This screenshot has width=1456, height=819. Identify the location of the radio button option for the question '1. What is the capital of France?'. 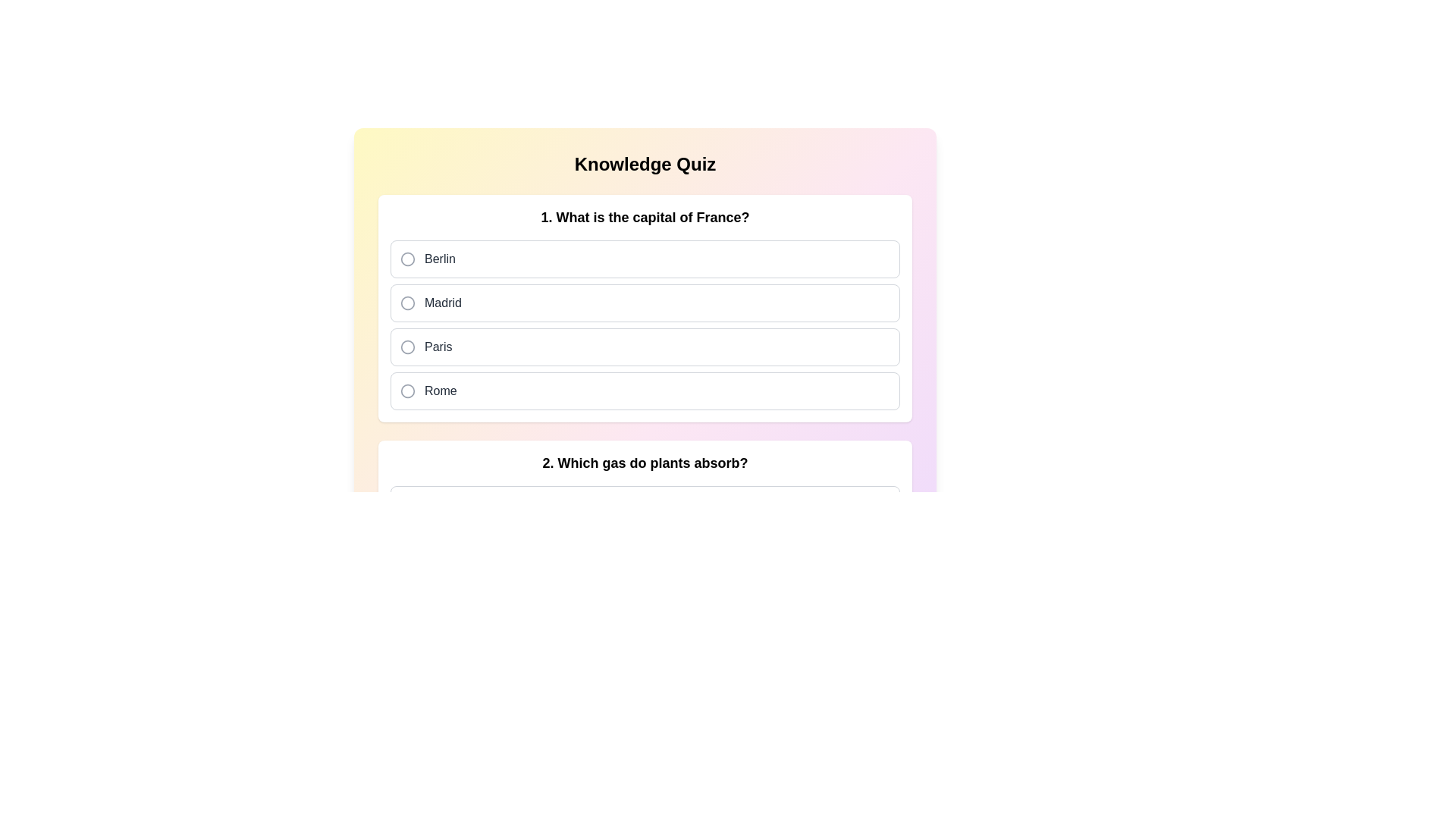
(645, 324).